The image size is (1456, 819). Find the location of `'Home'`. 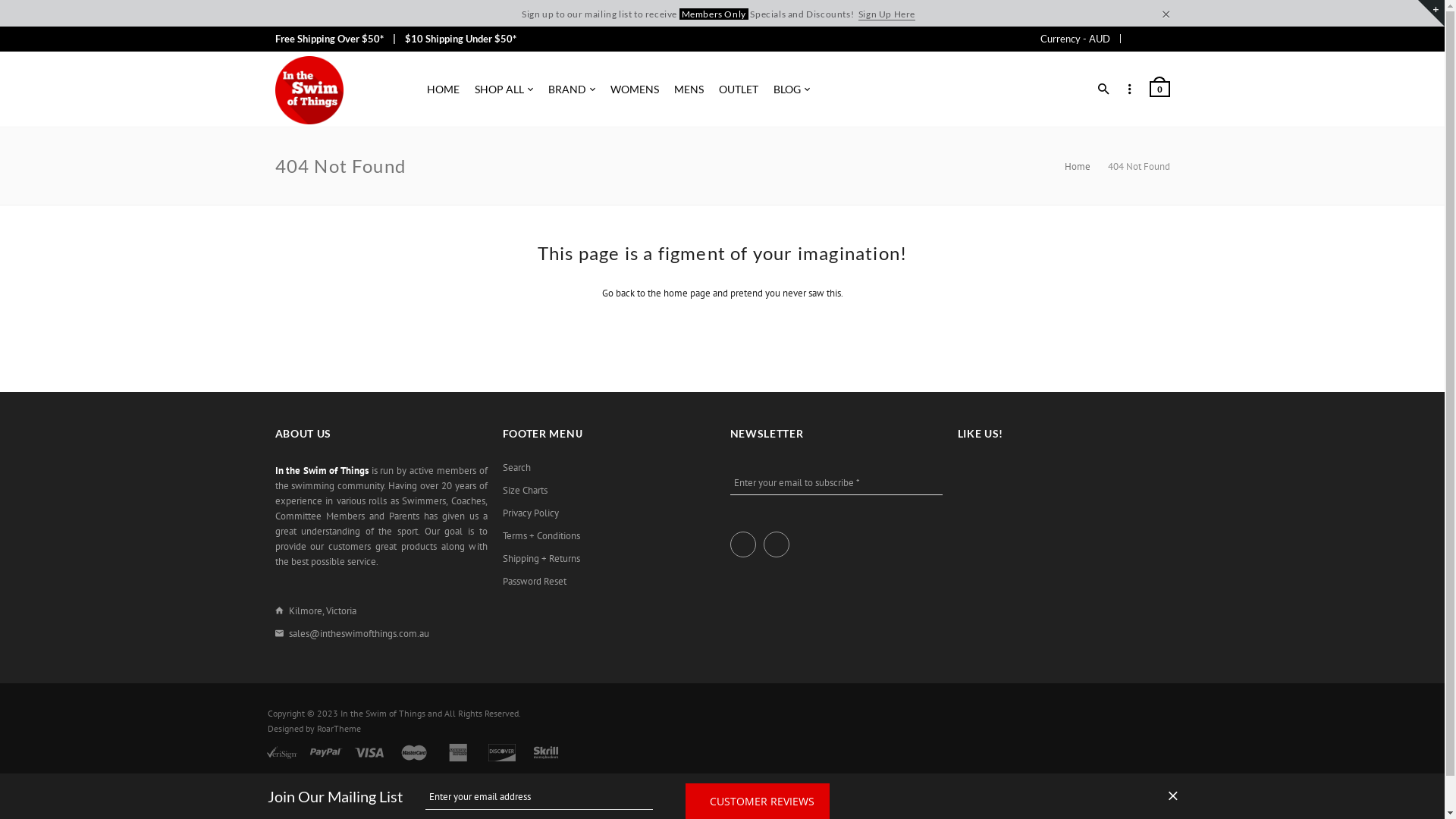

'Home' is located at coordinates (1063, 166).